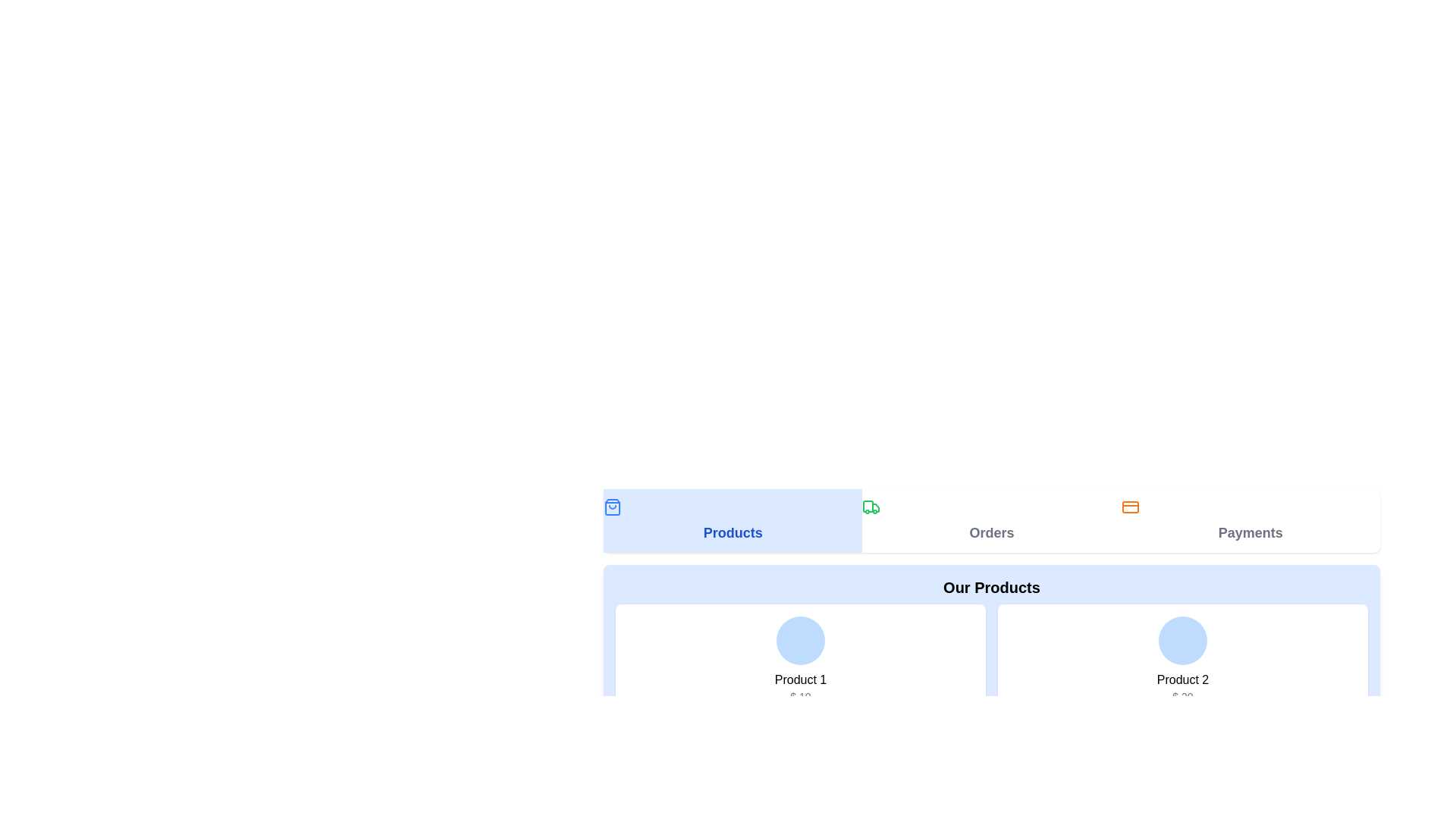 Image resolution: width=1456 pixels, height=819 pixels. Describe the element at coordinates (612, 507) in the screenshot. I see `the blue shopping bag icon within the 'Products' button located at the top-left corner of the button` at that location.